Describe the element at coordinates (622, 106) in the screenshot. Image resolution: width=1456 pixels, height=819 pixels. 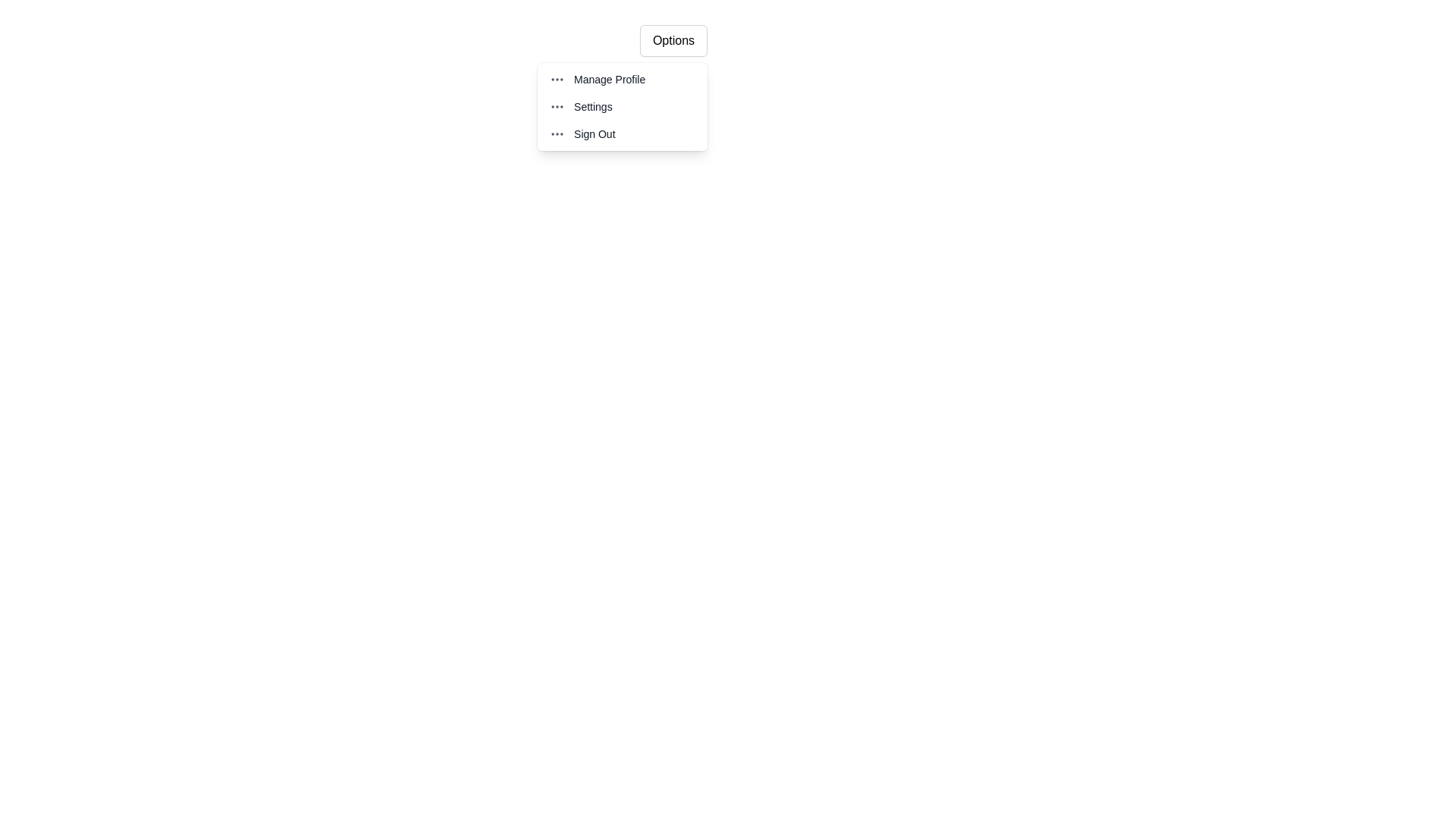
I see `the second option in the dropdown menu labeled 'Settings', which is styled with a white background and rounded corners, located beneath the 'Options' button` at that location.